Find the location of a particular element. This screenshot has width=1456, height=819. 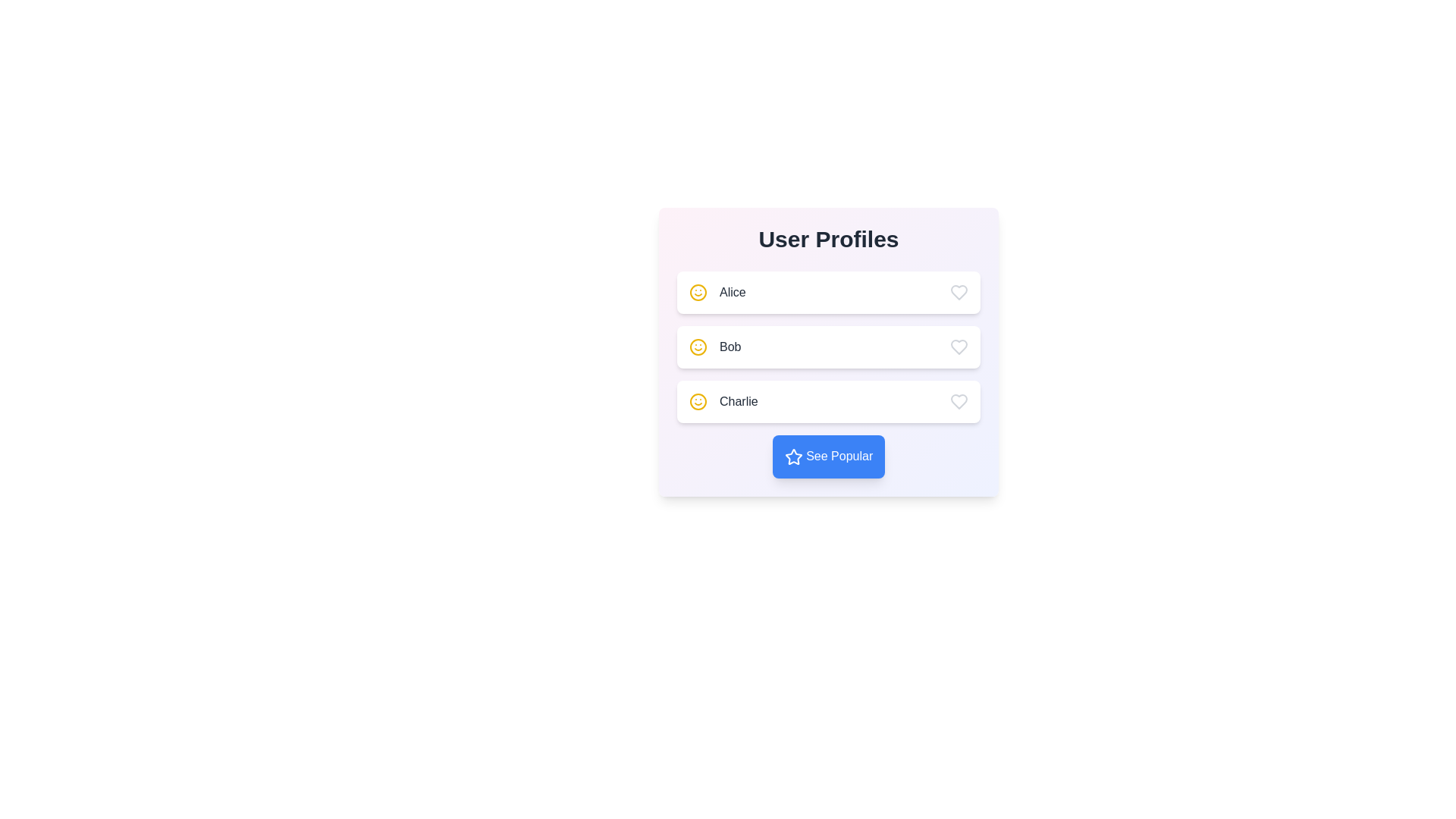

the smiling face icon located at the top-left corner of Alice's profile entry to denote a happy sentiment is located at coordinates (698, 347).